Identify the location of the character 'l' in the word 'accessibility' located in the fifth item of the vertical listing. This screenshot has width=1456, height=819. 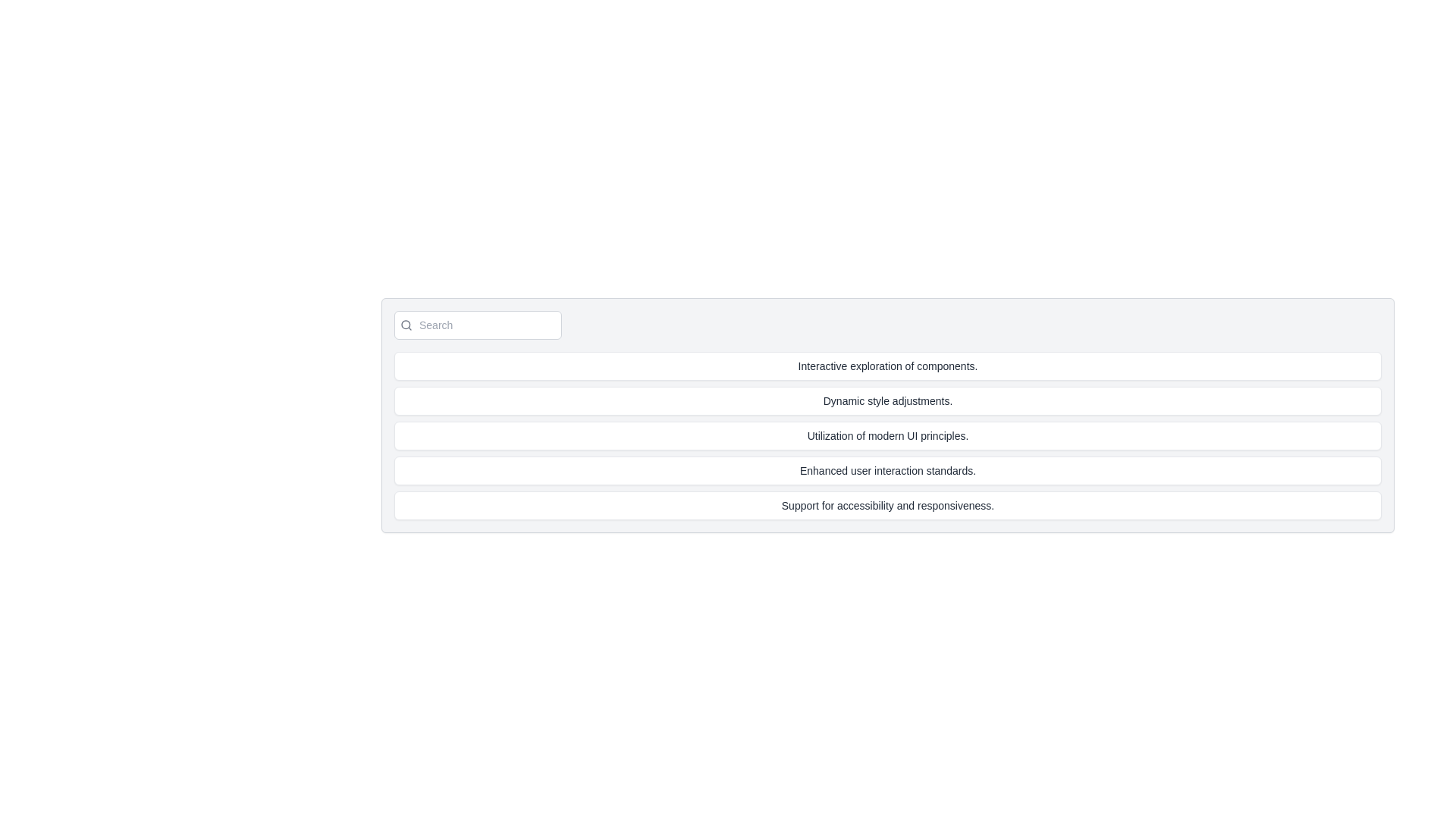
(882, 506).